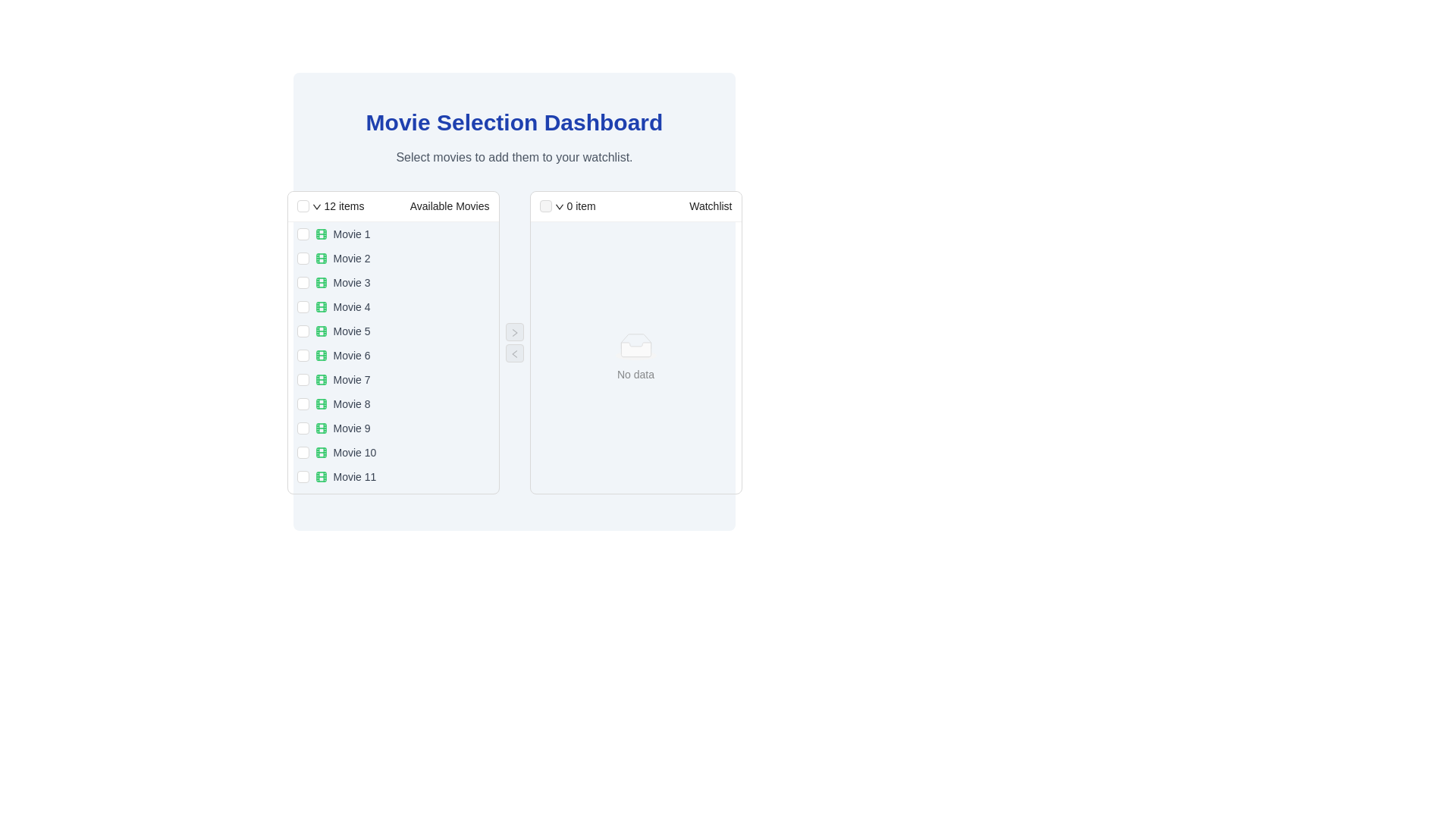  Describe the element at coordinates (393, 307) in the screenshot. I see `the selectable checkbox list item representing a movie, which is the fourth item under 'Available Movies'` at that location.